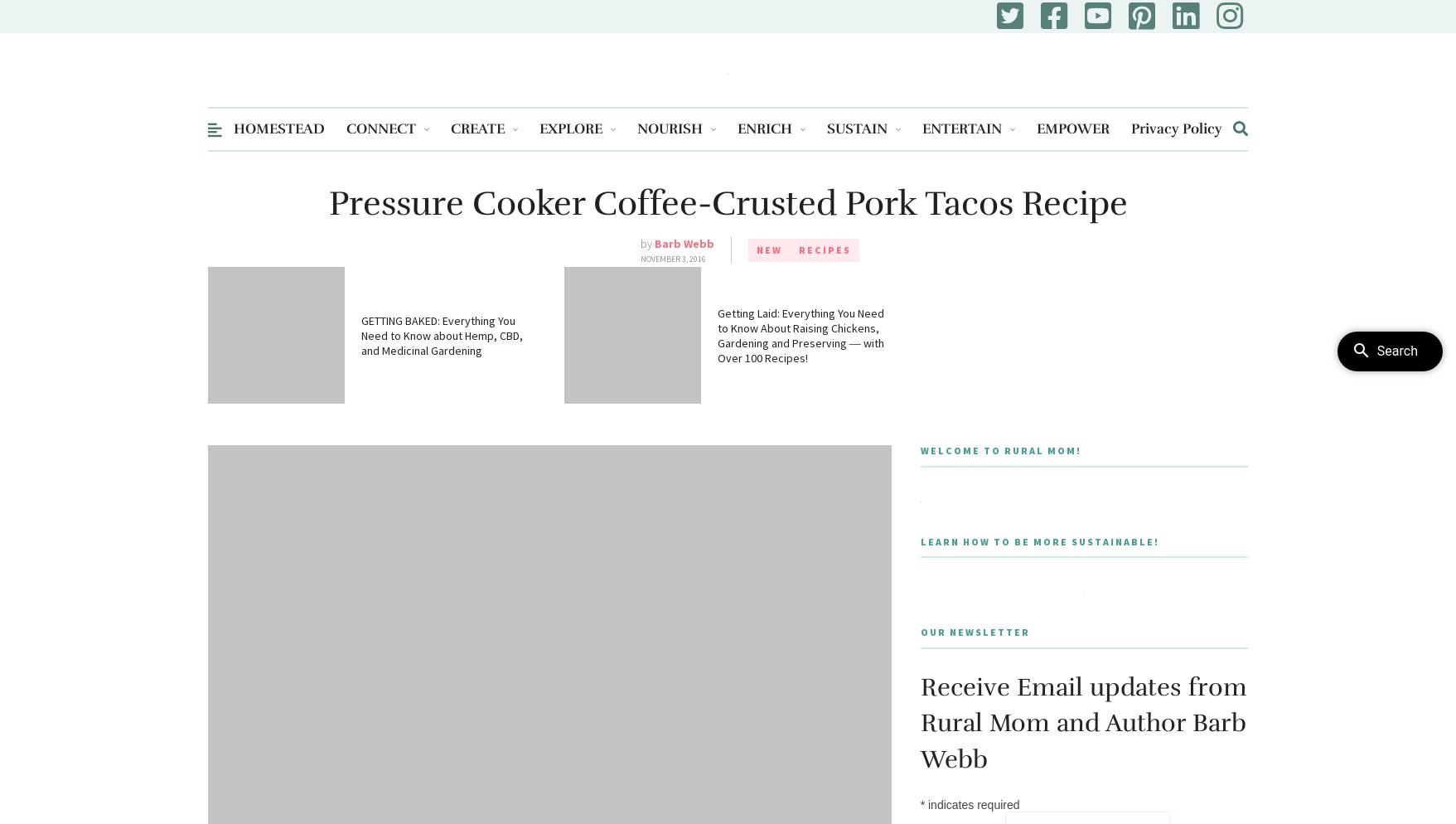 The image size is (1456, 824). I want to click on 'Tech', so click(934, 241).